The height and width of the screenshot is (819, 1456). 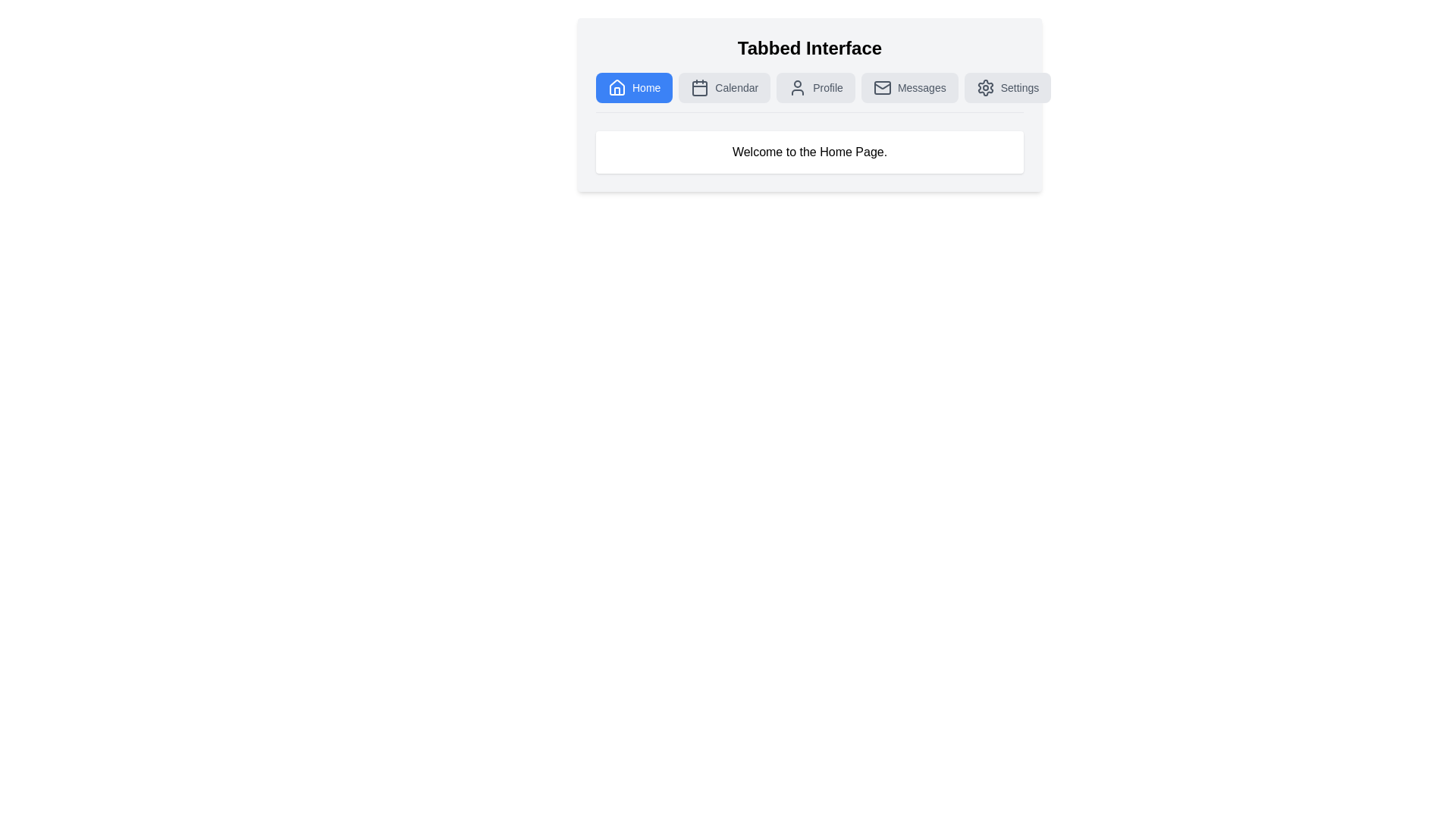 I want to click on the settings icon, which is a small gear-shaped icon with a dark outline located to the left of the 'Settings' label in the navigation bar, so click(x=985, y=87).